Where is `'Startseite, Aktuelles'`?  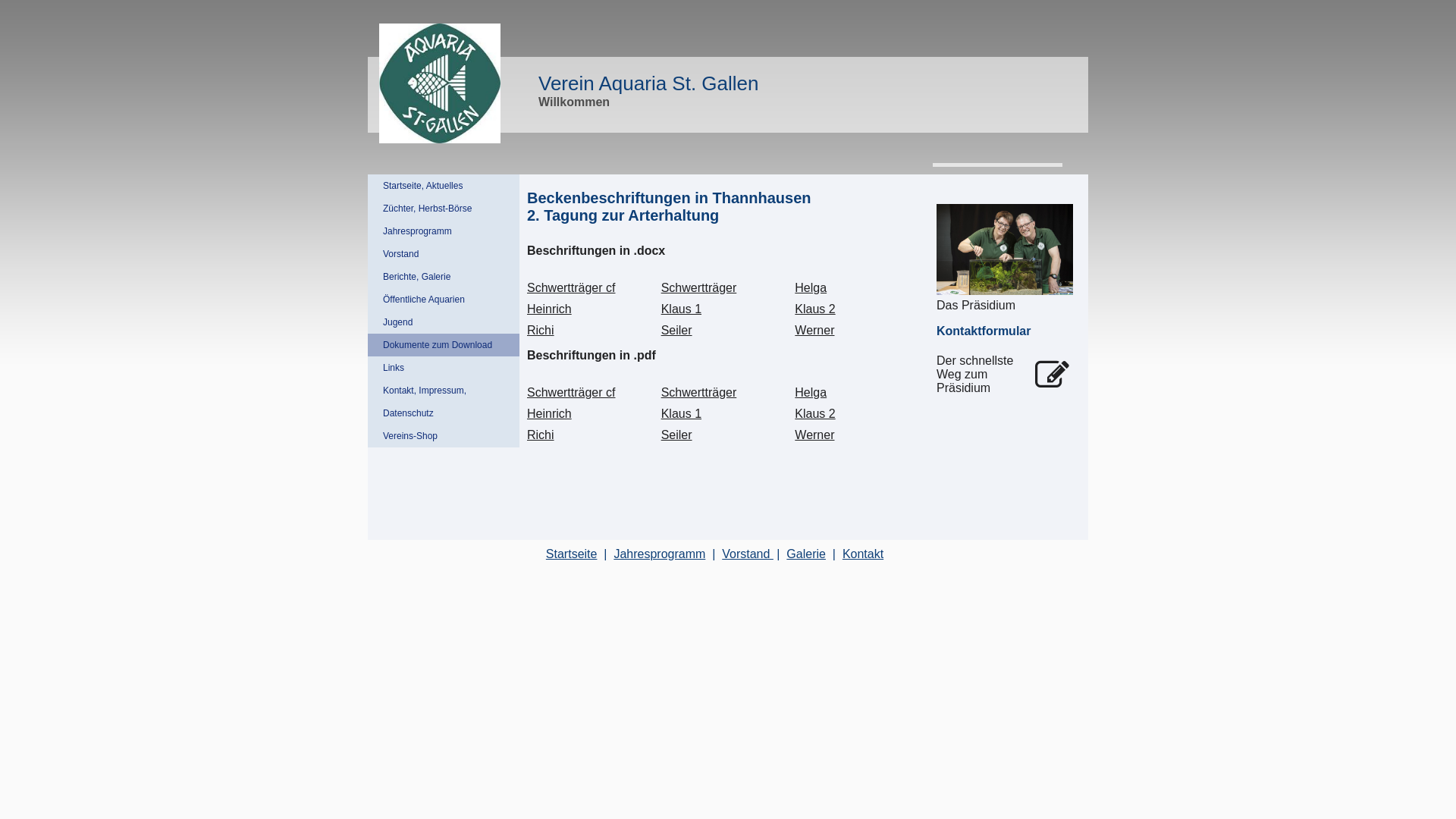 'Startseite, Aktuelles' is located at coordinates (443, 185).